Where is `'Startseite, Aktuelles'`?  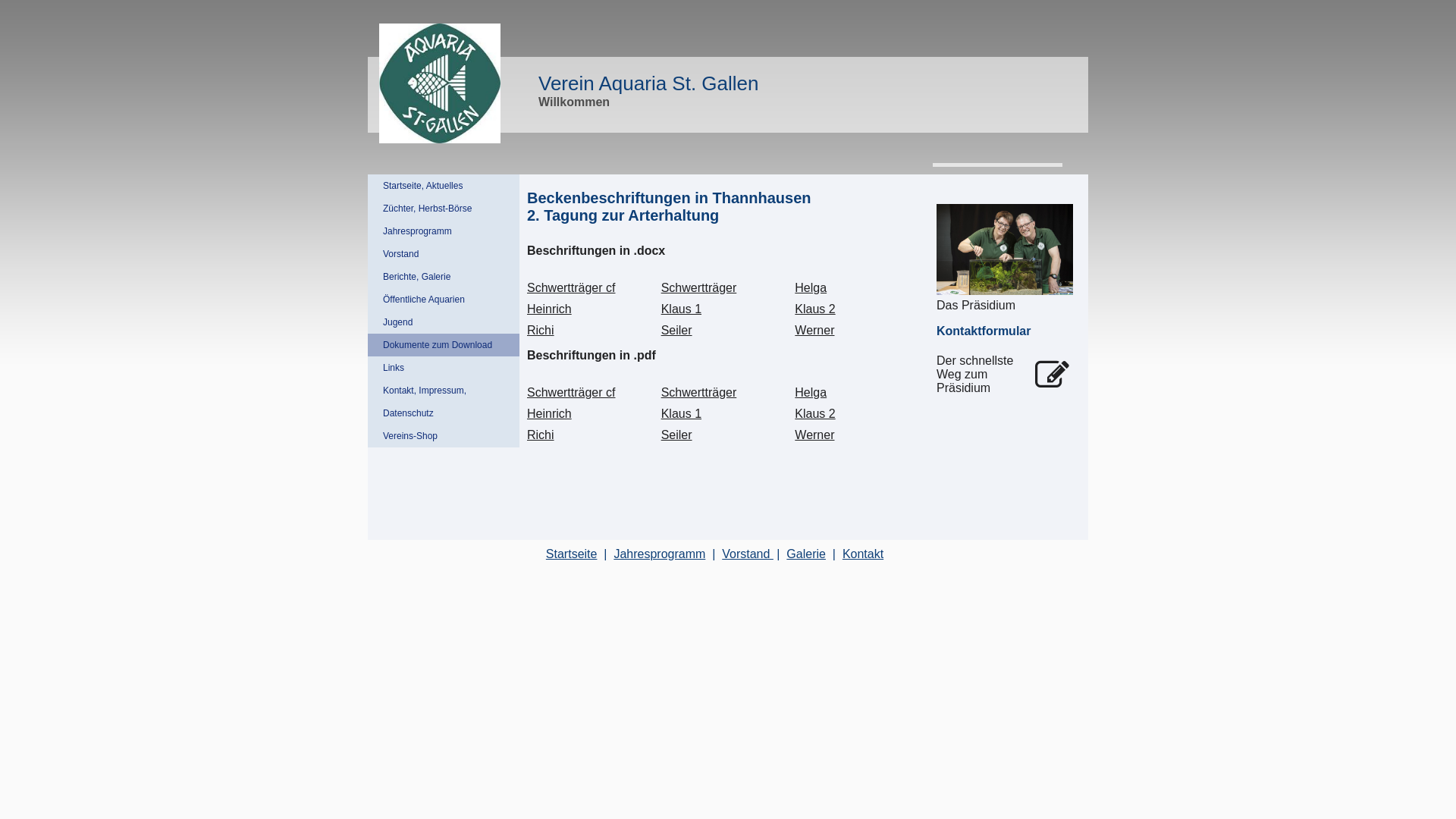 'Startseite, Aktuelles' is located at coordinates (443, 185).